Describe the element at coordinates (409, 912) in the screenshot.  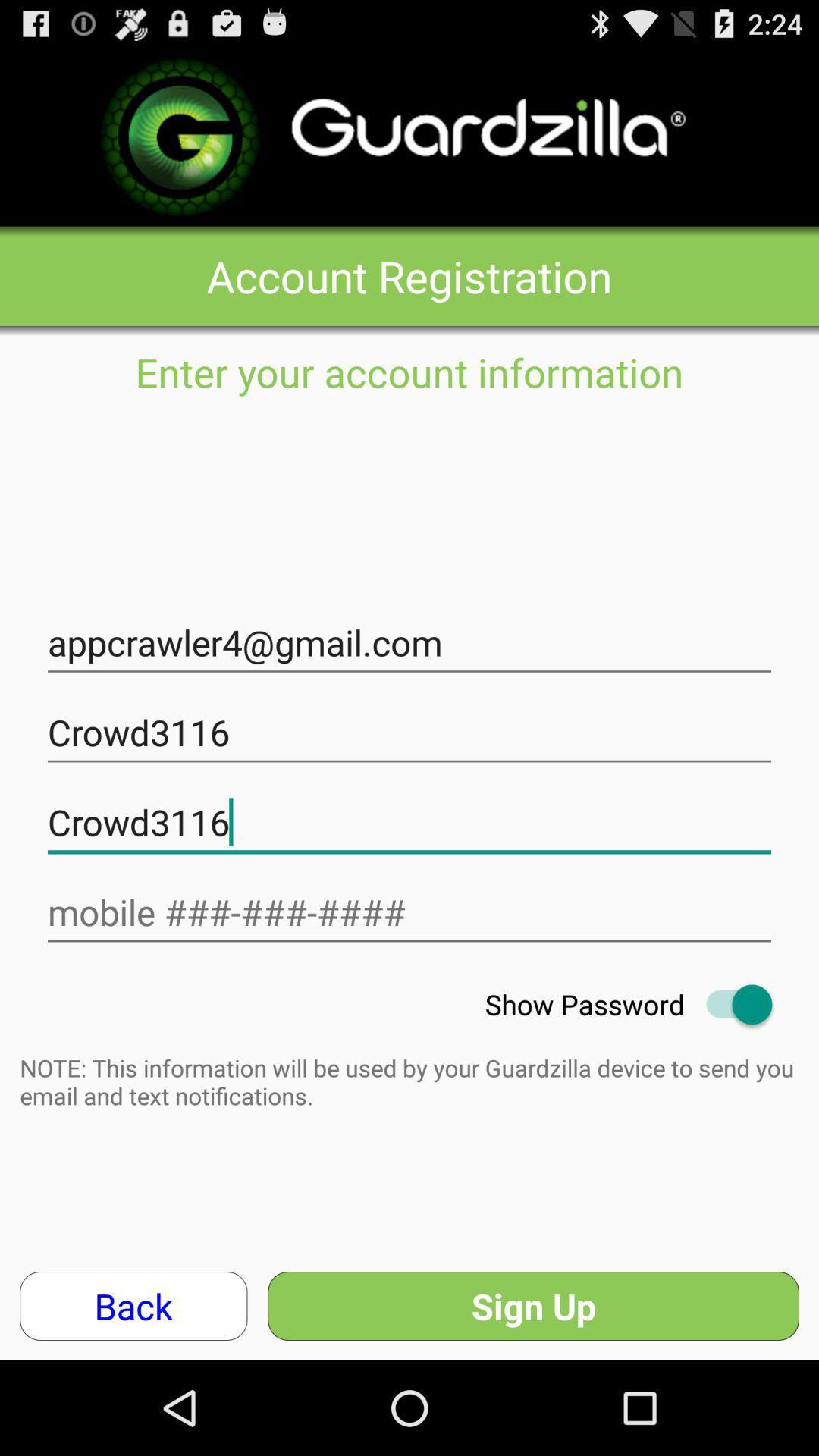
I see `text` at that location.